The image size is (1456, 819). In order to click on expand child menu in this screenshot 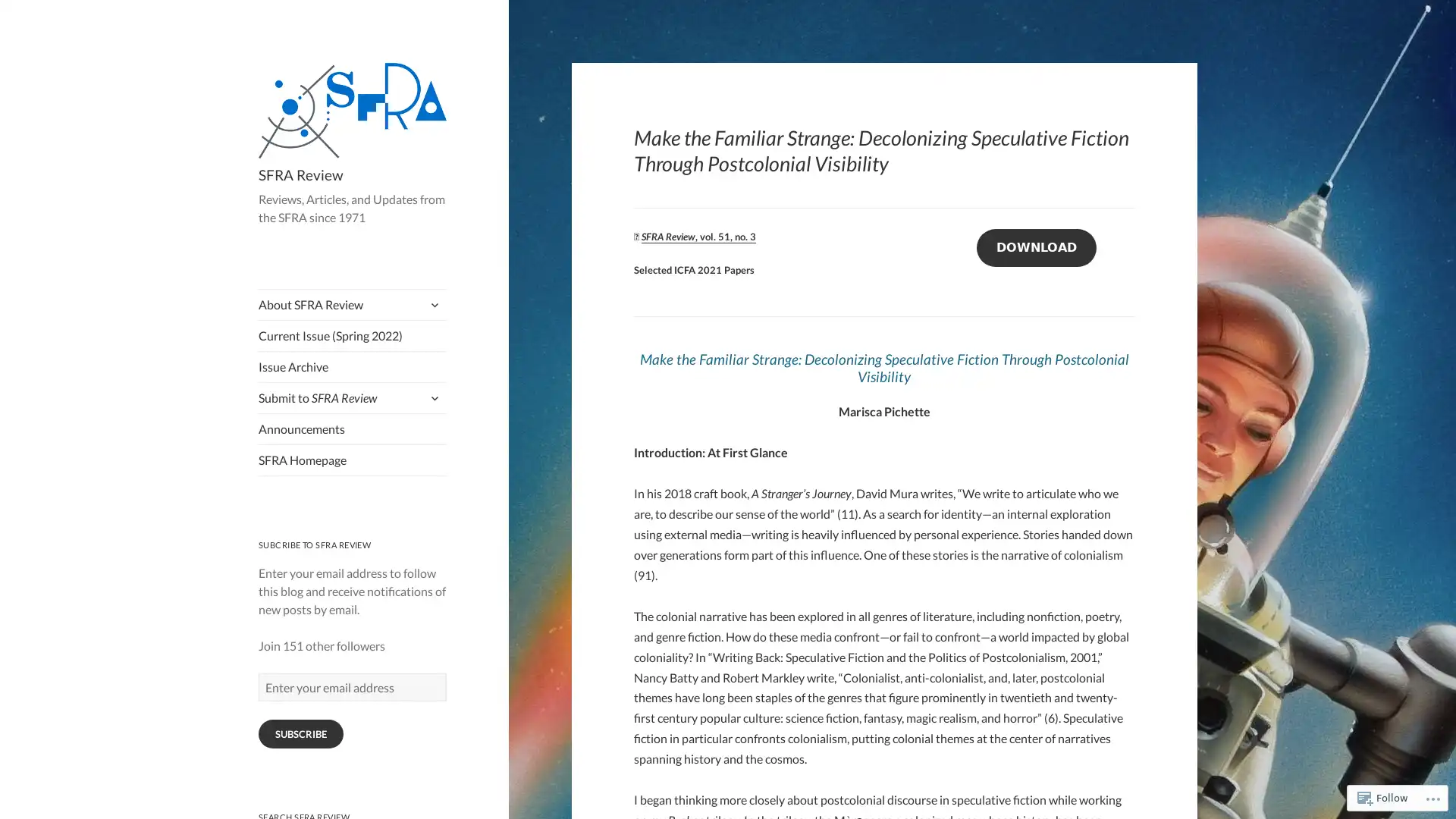, I will do `click(432, 397)`.